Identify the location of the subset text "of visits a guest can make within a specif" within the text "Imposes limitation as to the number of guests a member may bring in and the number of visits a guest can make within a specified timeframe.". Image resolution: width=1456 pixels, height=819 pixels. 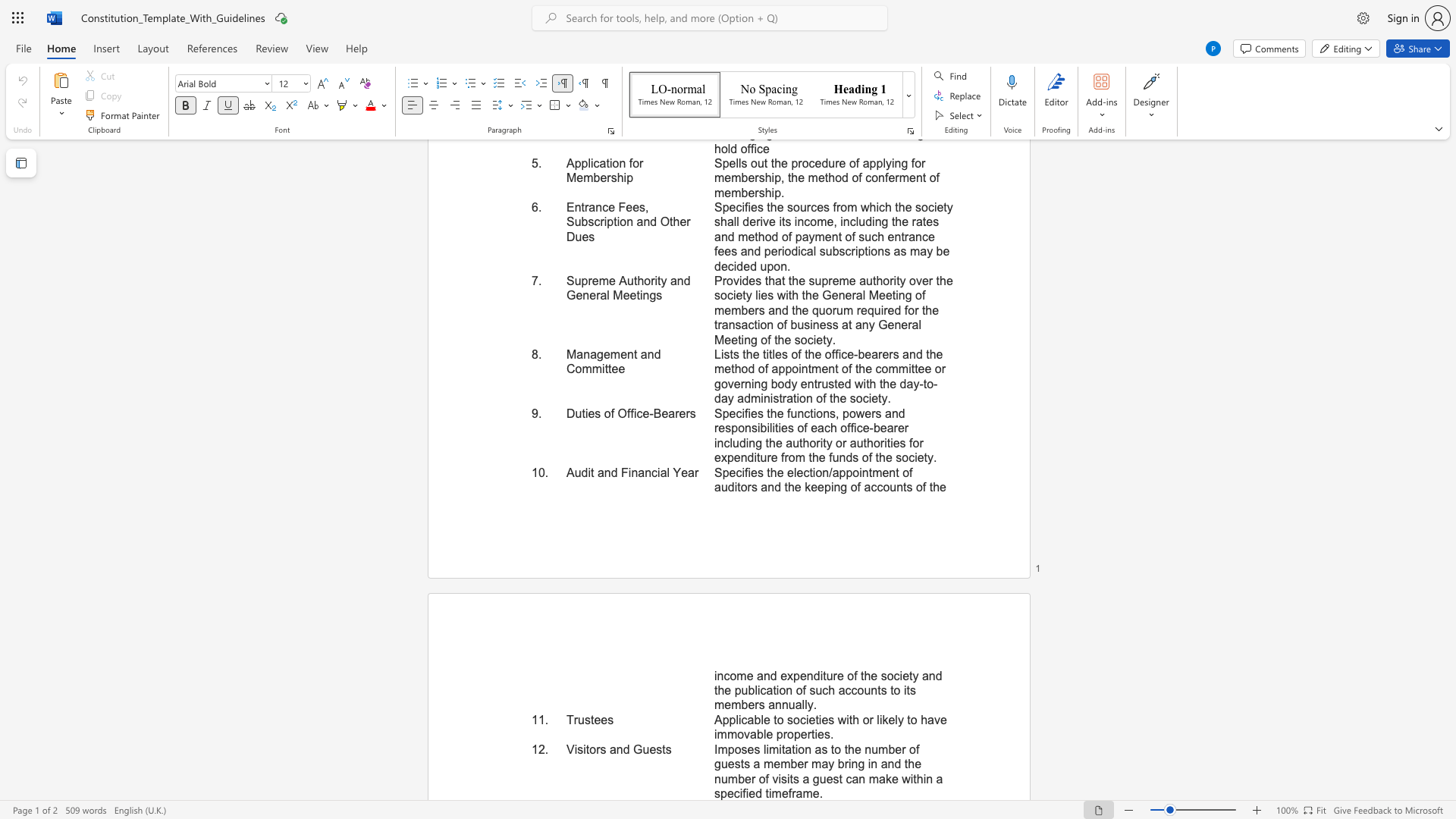
(758, 779).